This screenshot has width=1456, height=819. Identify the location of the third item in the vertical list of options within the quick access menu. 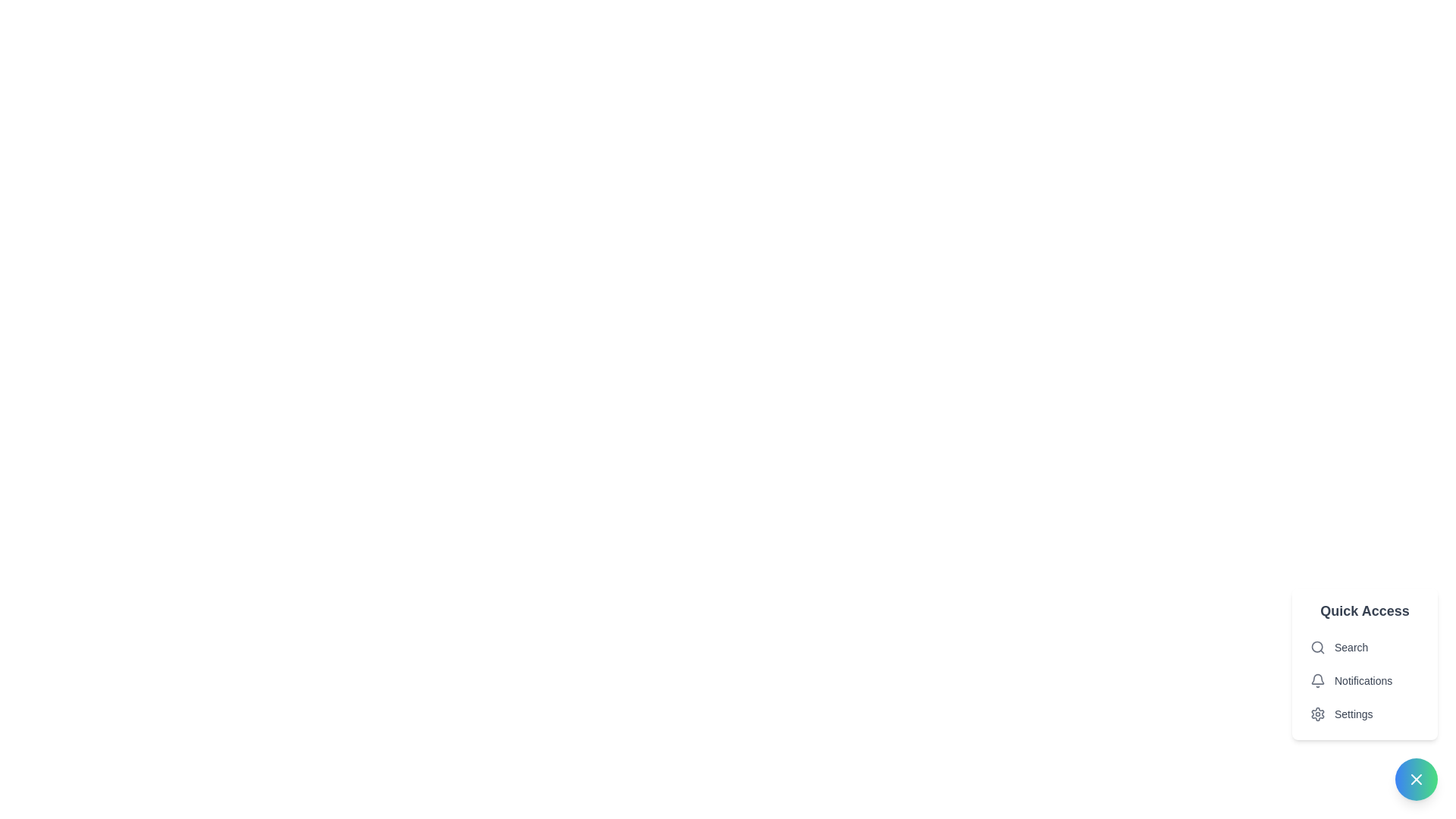
(1365, 714).